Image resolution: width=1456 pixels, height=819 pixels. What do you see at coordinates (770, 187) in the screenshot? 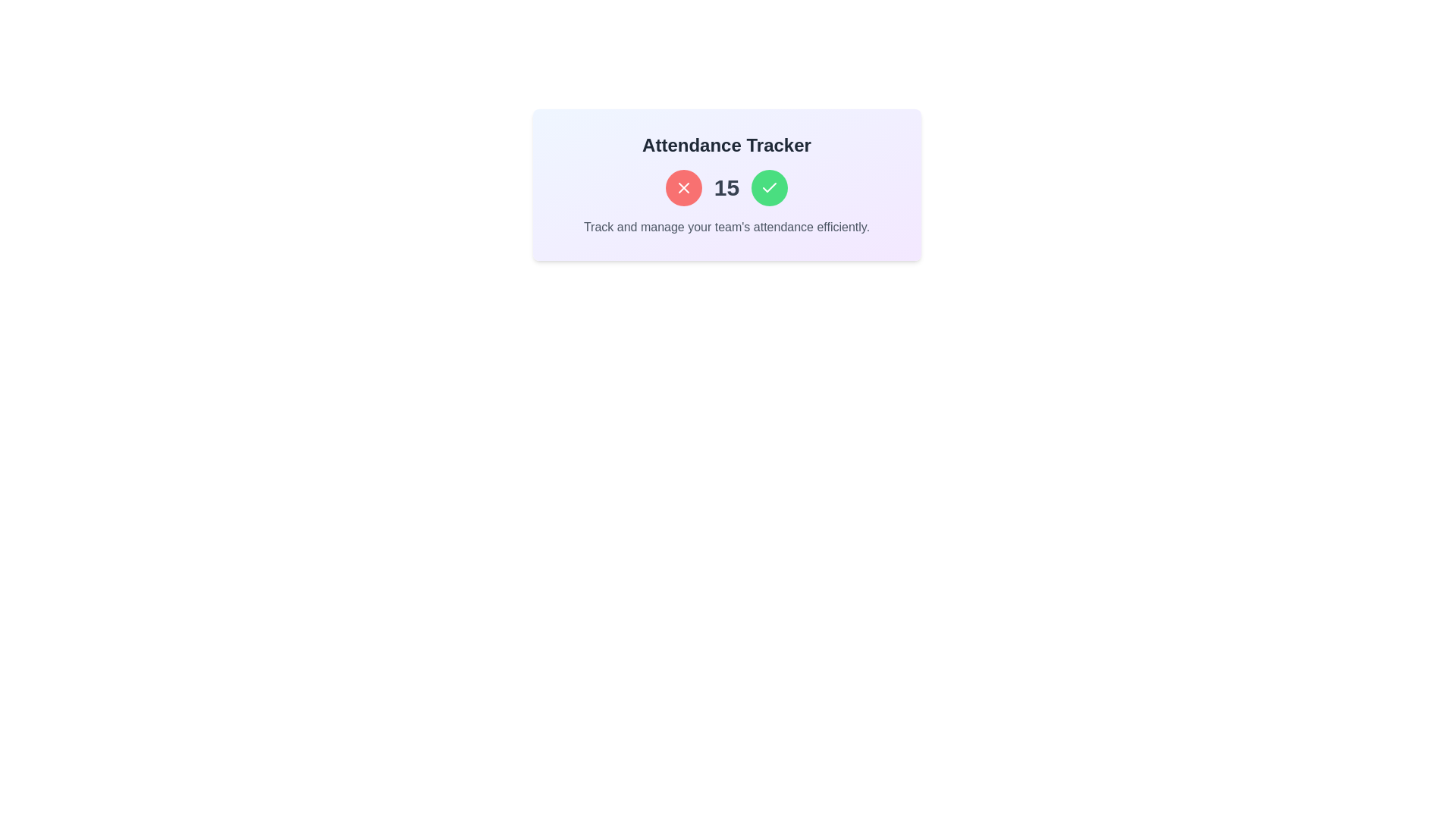
I see `the confirmation button located third from the left, to the right of a red circular button and a '15' text element, for keyboard navigation` at bounding box center [770, 187].